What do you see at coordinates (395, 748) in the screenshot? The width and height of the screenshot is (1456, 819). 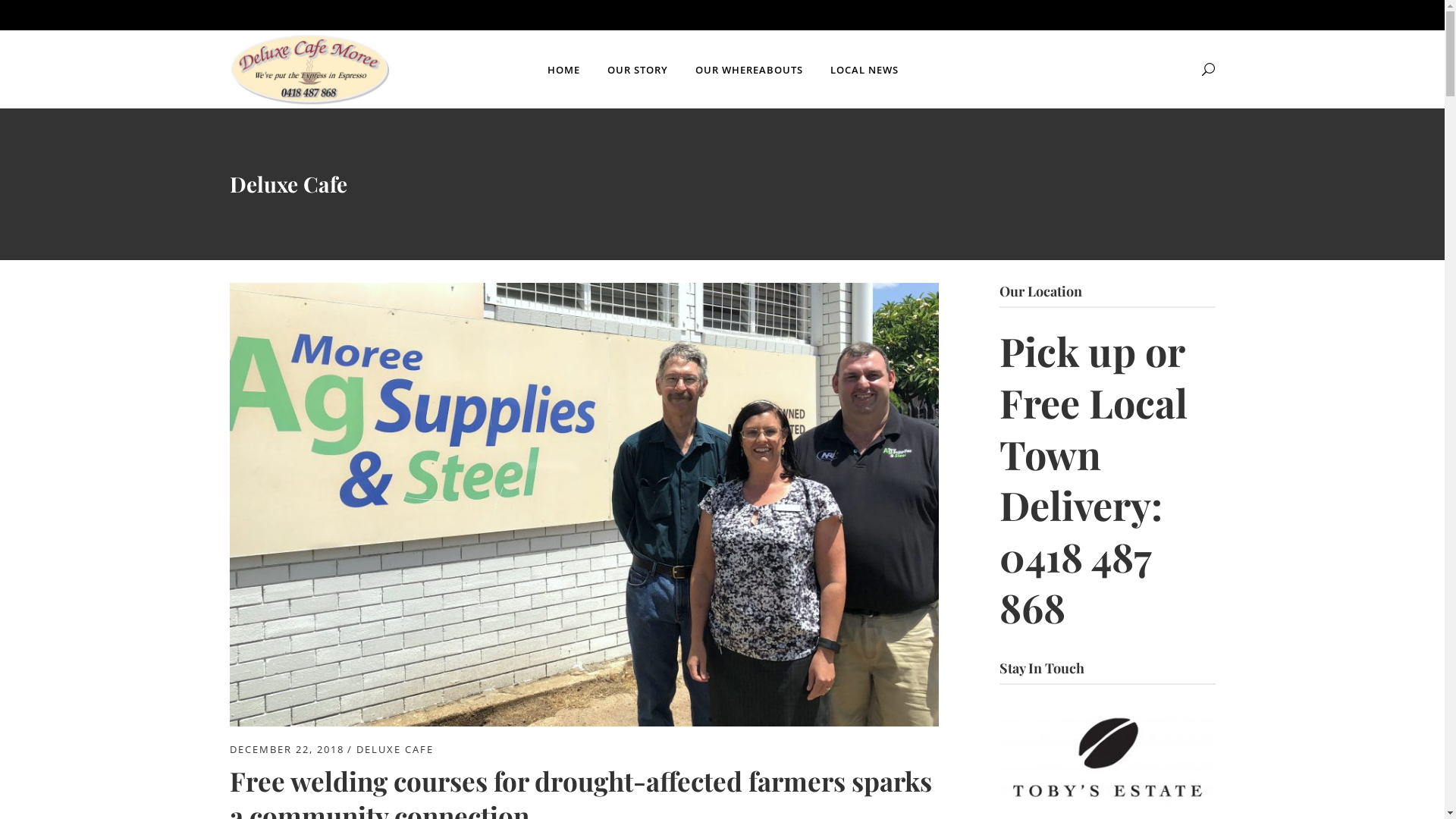 I see `'DELUXE CAFE'` at bounding box center [395, 748].